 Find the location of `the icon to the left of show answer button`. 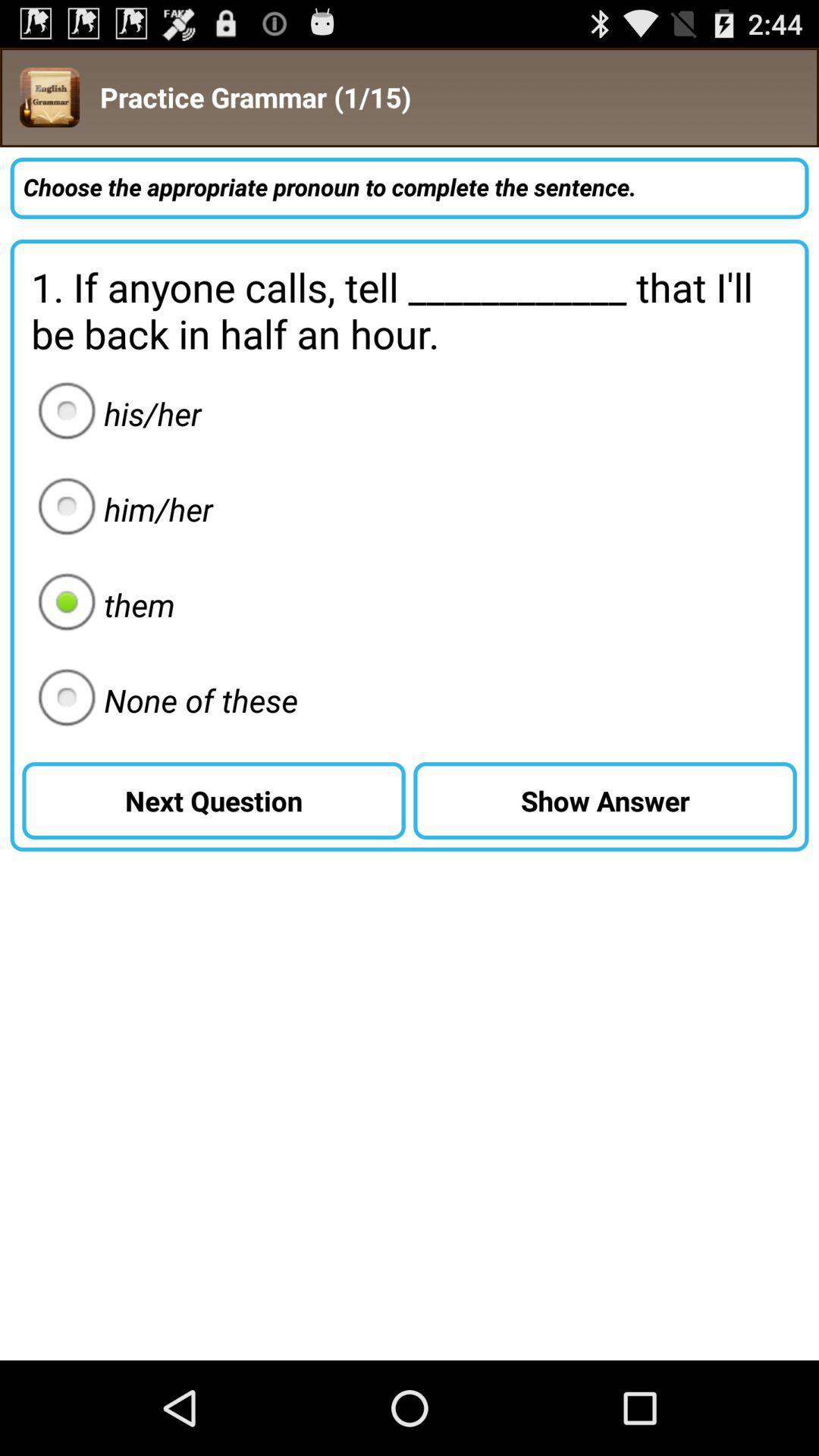

the icon to the left of show answer button is located at coordinates (163, 699).